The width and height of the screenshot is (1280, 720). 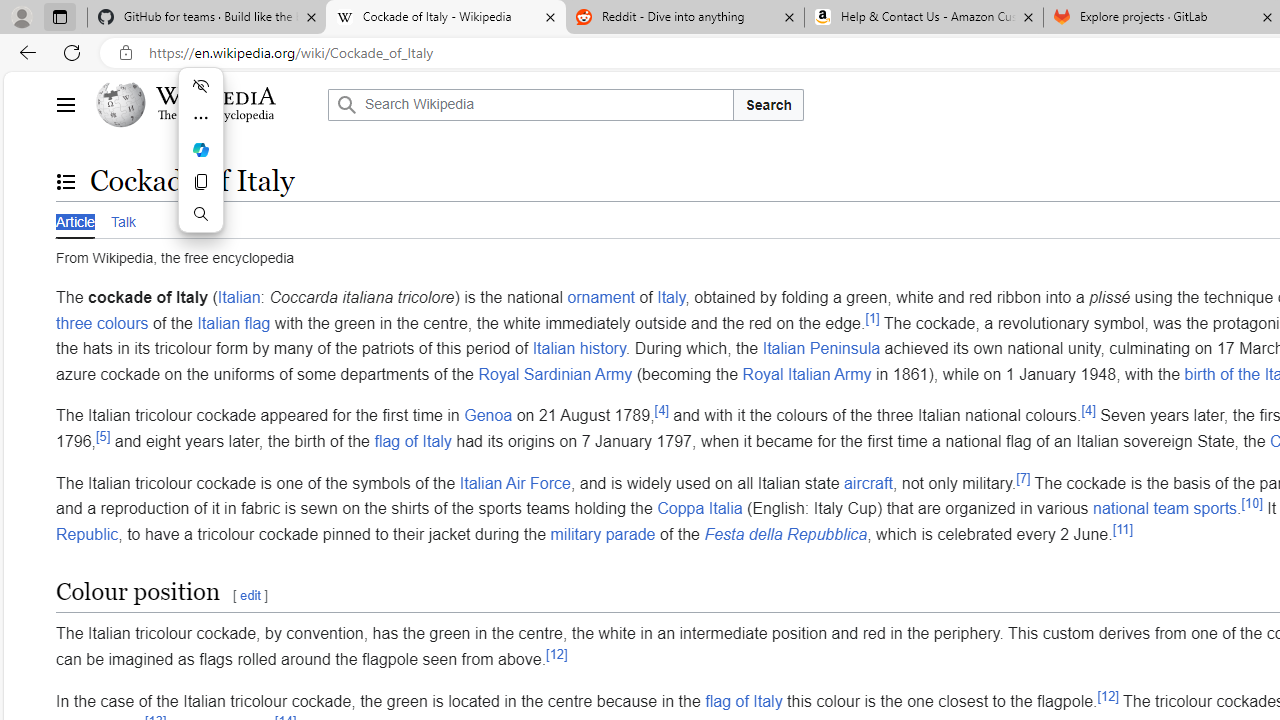 I want to click on 'Copy', so click(x=200, y=182).